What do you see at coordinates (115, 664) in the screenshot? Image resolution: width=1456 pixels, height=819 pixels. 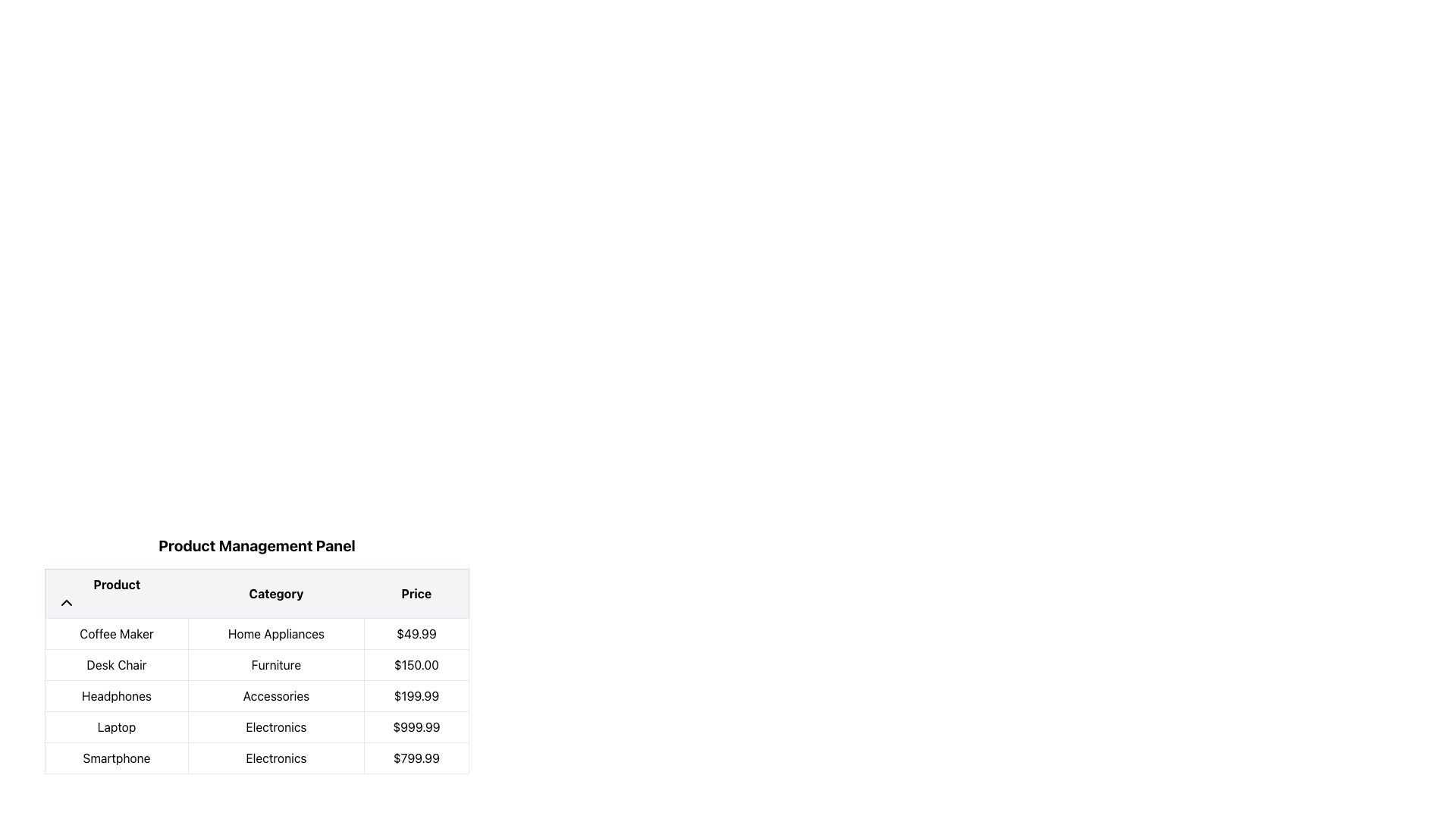 I see `text label displaying 'Desk Chair' in the second row of the product table` at bounding box center [115, 664].